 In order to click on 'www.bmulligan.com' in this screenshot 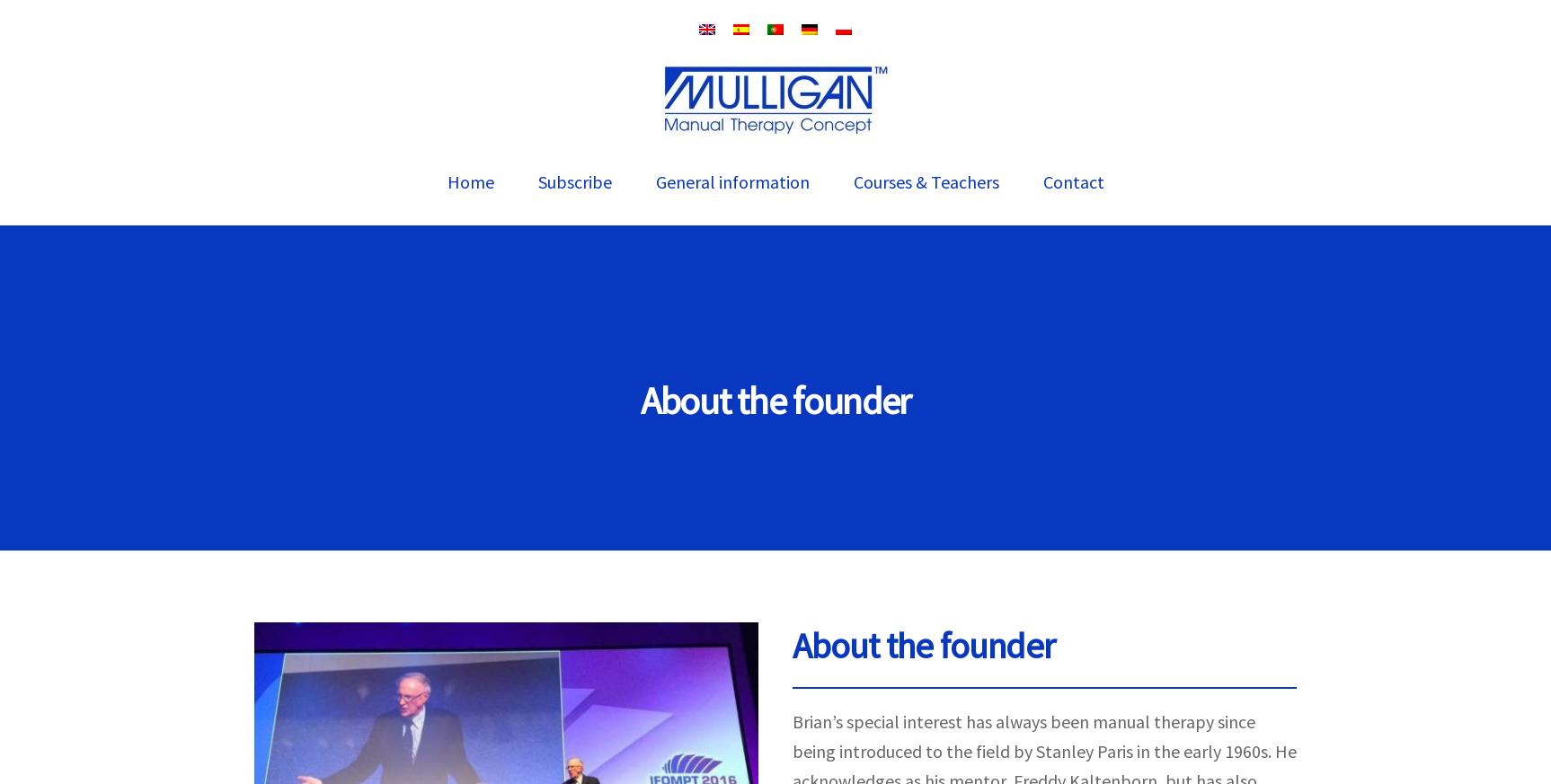, I will do `click(1071, 154)`.